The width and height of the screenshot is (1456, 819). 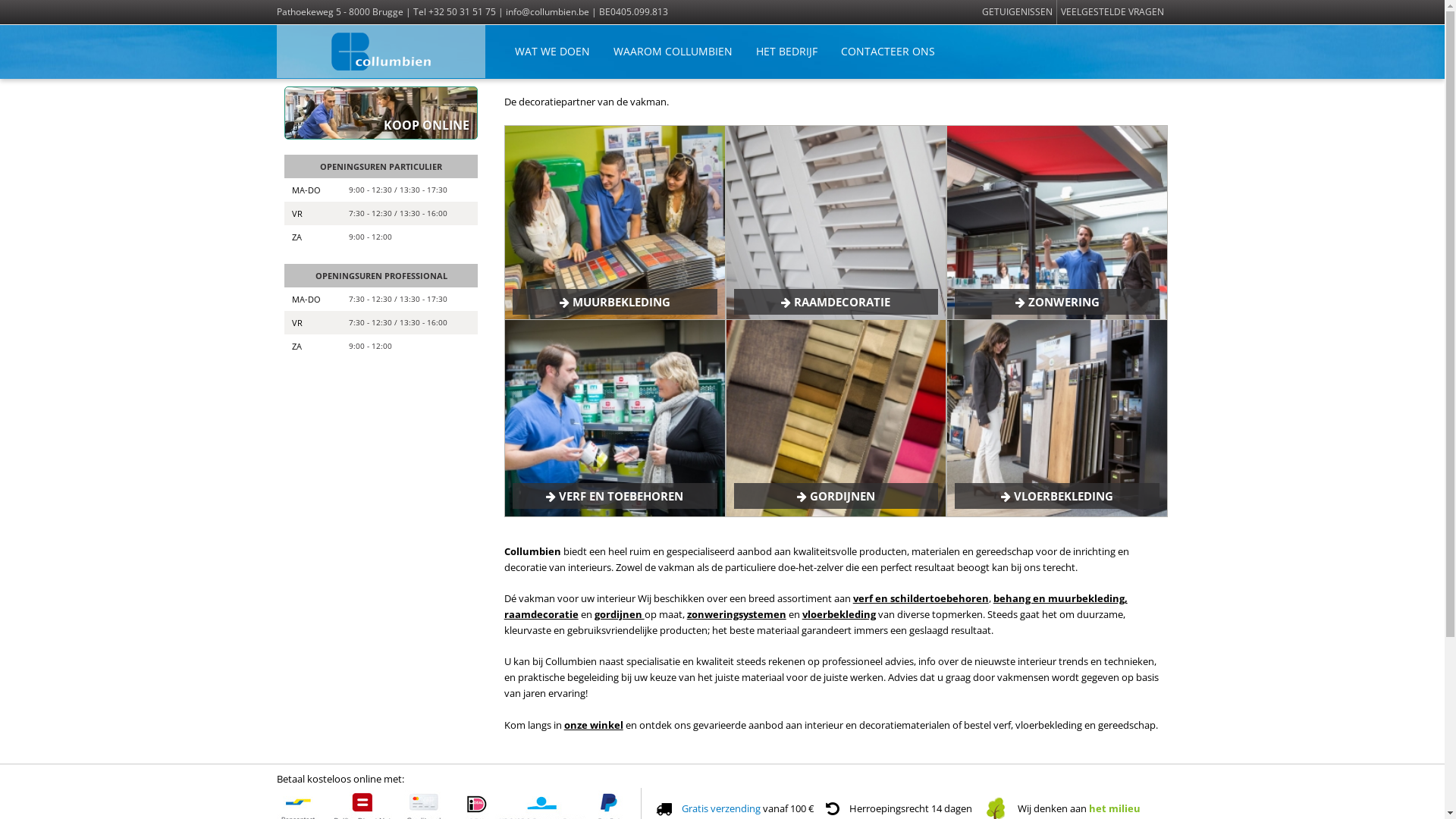 I want to click on 'zonweringsystemen', so click(x=736, y=614).